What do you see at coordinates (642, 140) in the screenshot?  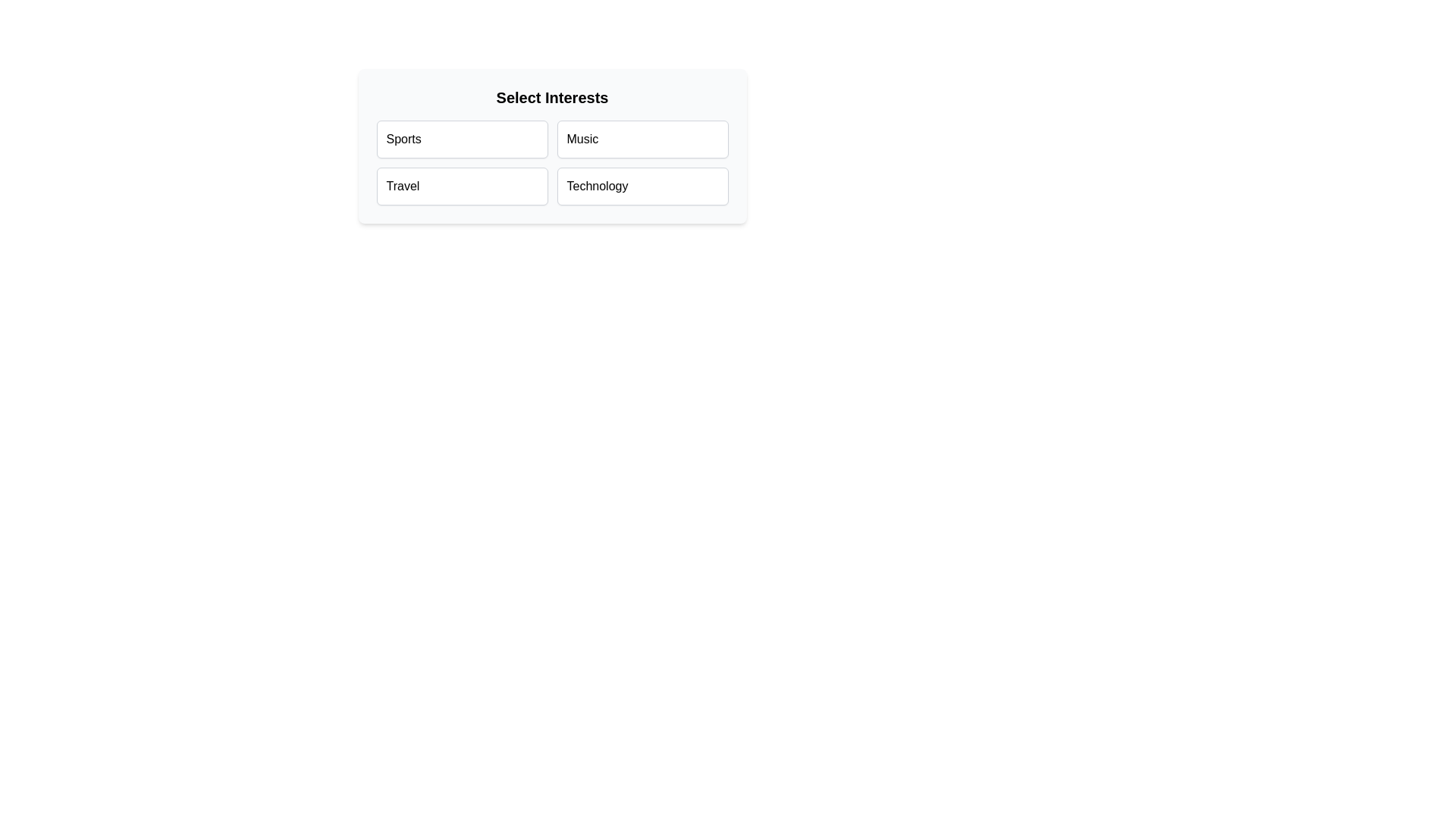 I see `the chip labeled Music` at bounding box center [642, 140].